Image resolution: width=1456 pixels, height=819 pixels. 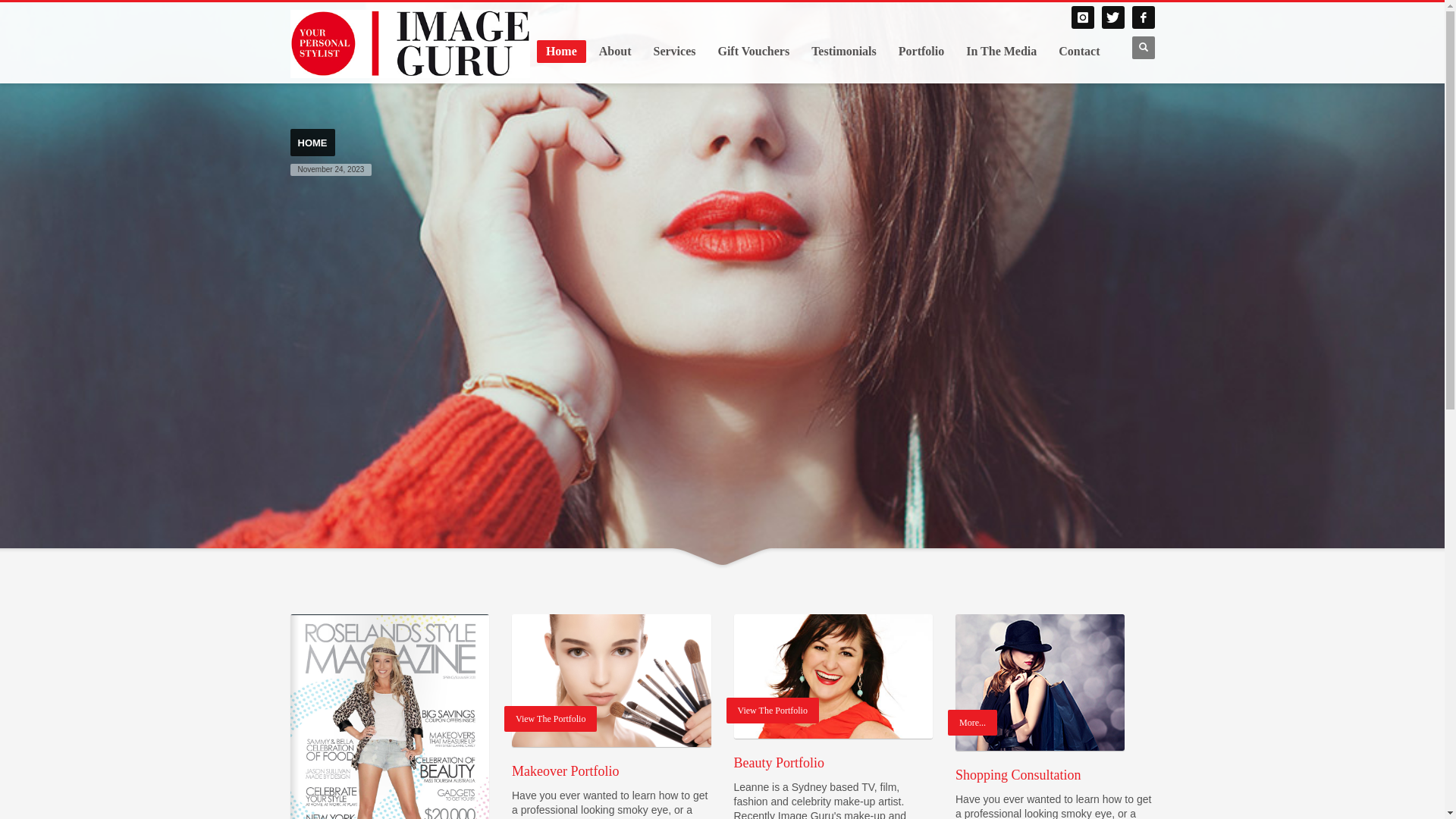 What do you see at coordinates (560, 51) in the screenshot?
I see `'Home'` at bounding box center [560, 51].